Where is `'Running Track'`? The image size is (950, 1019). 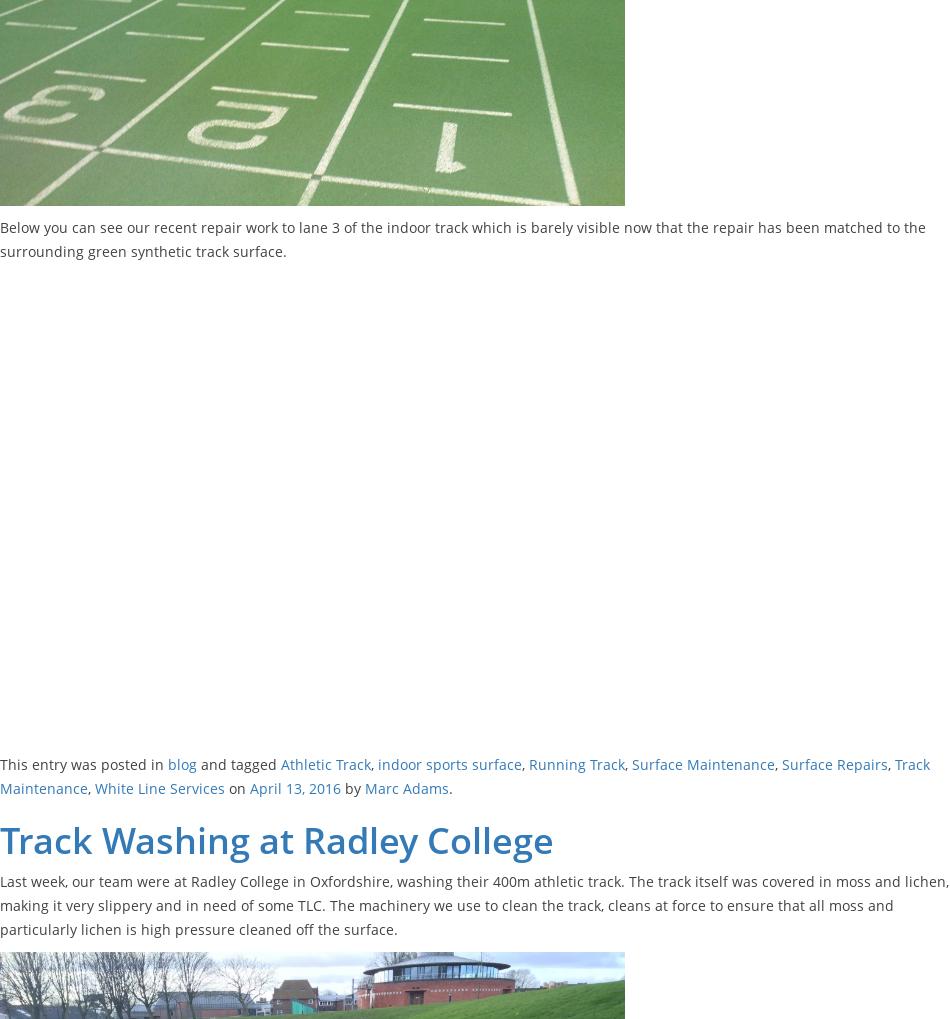
'Running Track' is located at coordinates (528, 762).